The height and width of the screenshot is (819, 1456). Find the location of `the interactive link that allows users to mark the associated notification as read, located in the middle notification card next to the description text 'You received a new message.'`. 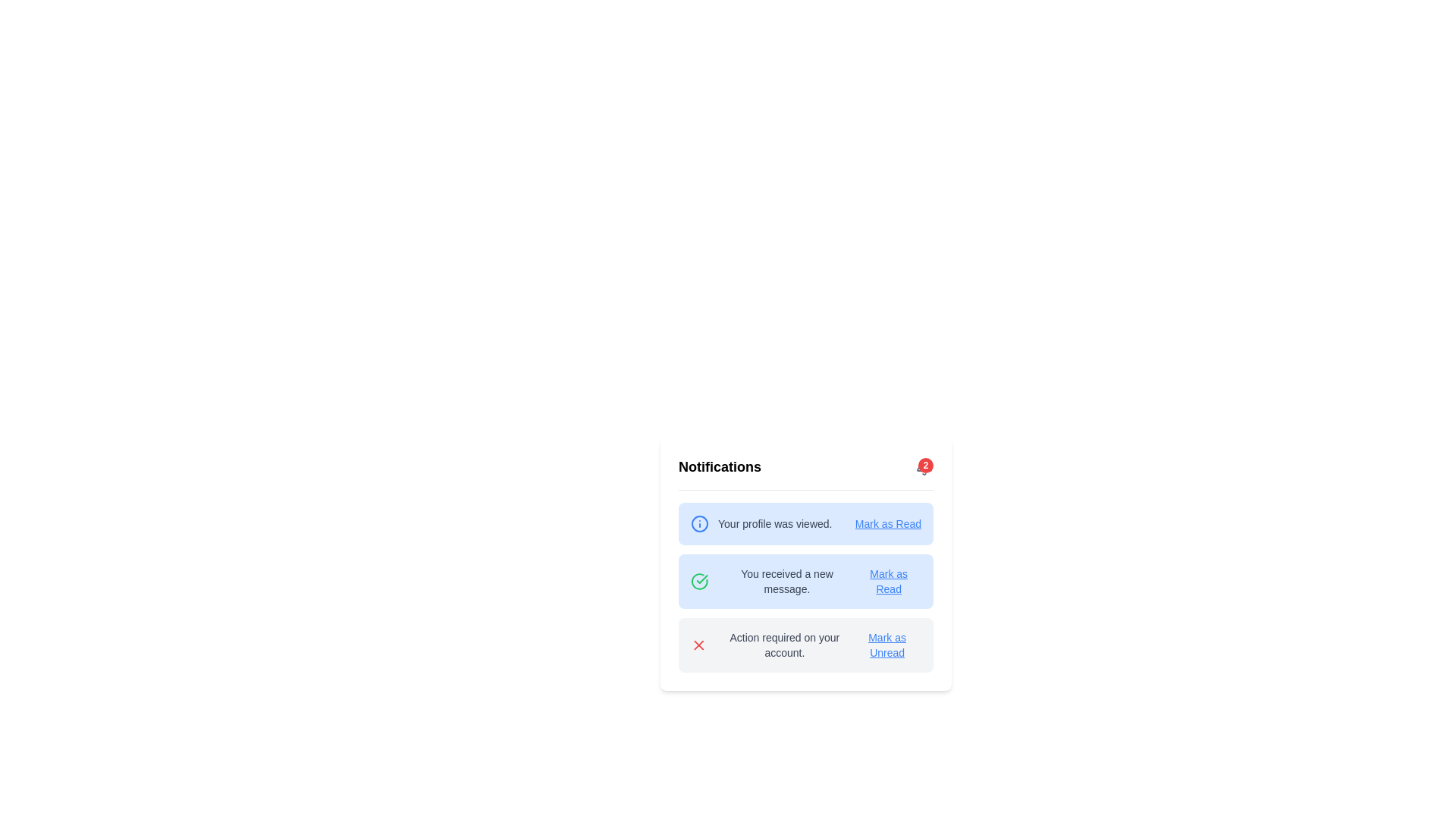

the interactive link that allows users to mark the associated notification as read, located in the middle notification card next to the description text 'You received a new message.' is located at coordinates (889, 581).